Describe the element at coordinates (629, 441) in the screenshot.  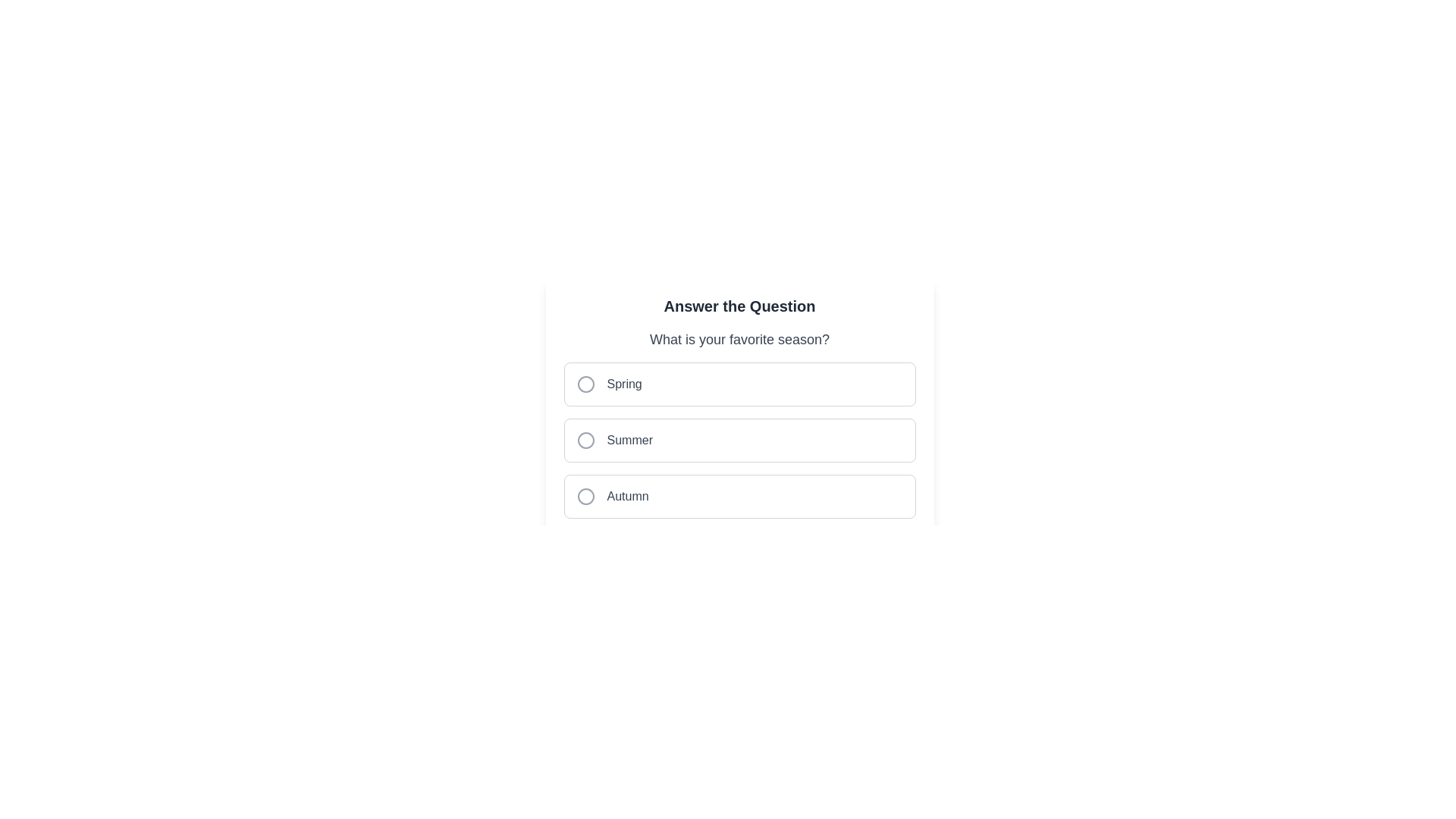
I see `label text 'Summer' which is displayed in gray color, indicating the second option in a multiple-choice selection component` at that location.